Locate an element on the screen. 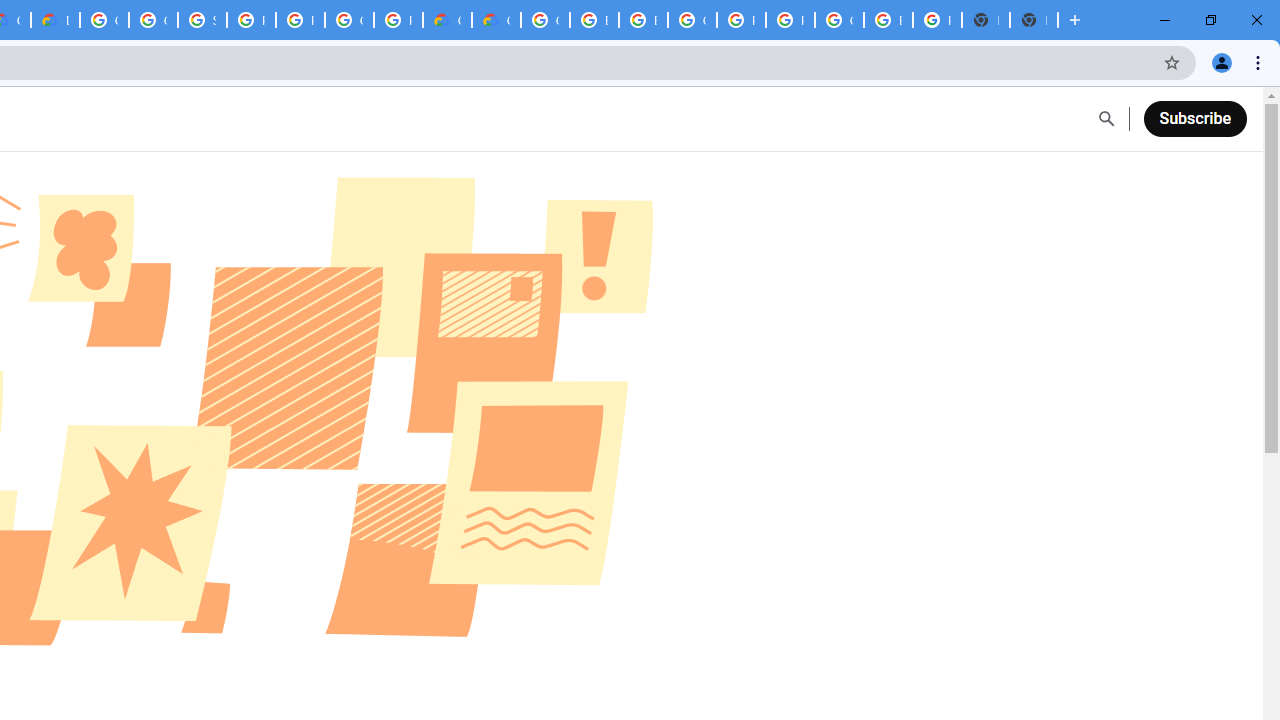 The image size is (1280, 720). 'Browse Chrome as a guest - Computer - Google Chrome Help' is located at coordinates (593, 20).